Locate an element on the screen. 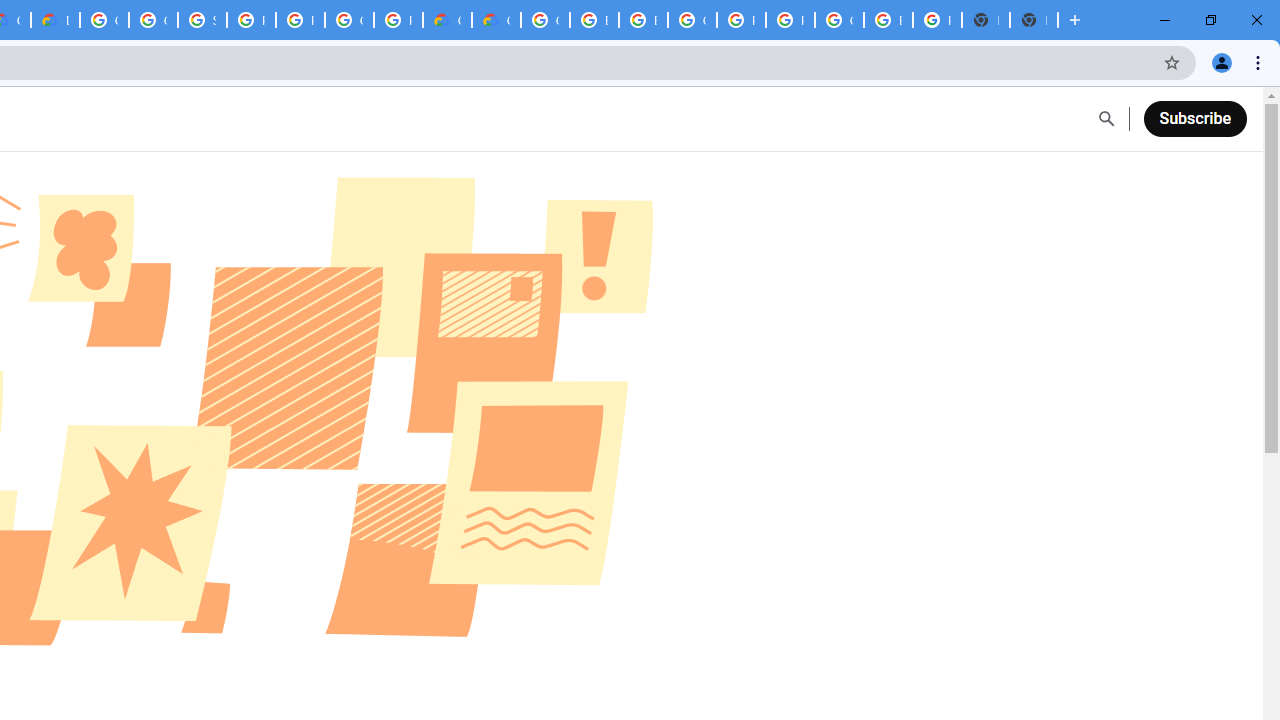 The image size is (1280, 720). 'Browse Chrome as a guest - Computer - Google Chrome Help' is located at coordinates (593, 20).